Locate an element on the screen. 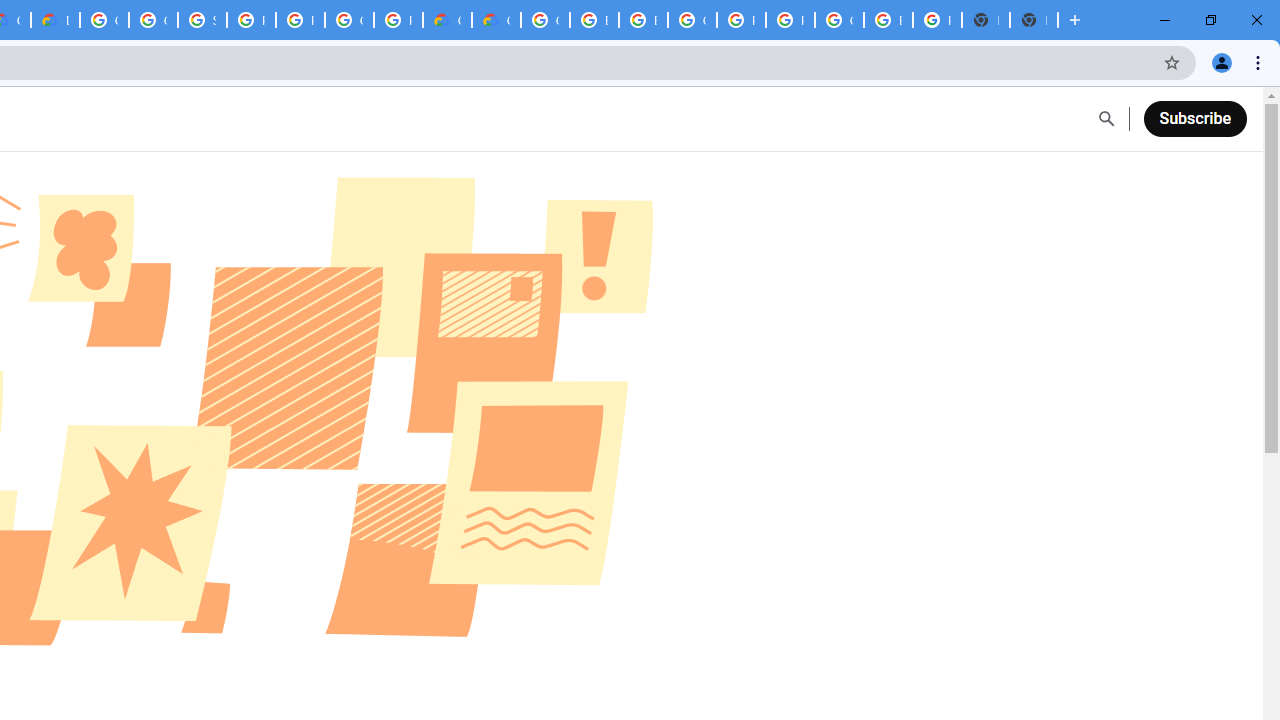 The image size is (1280, 720). 'Browse Chrome as a guest - Computer - Google Chrome Help' is located at coordinates (593, 20).